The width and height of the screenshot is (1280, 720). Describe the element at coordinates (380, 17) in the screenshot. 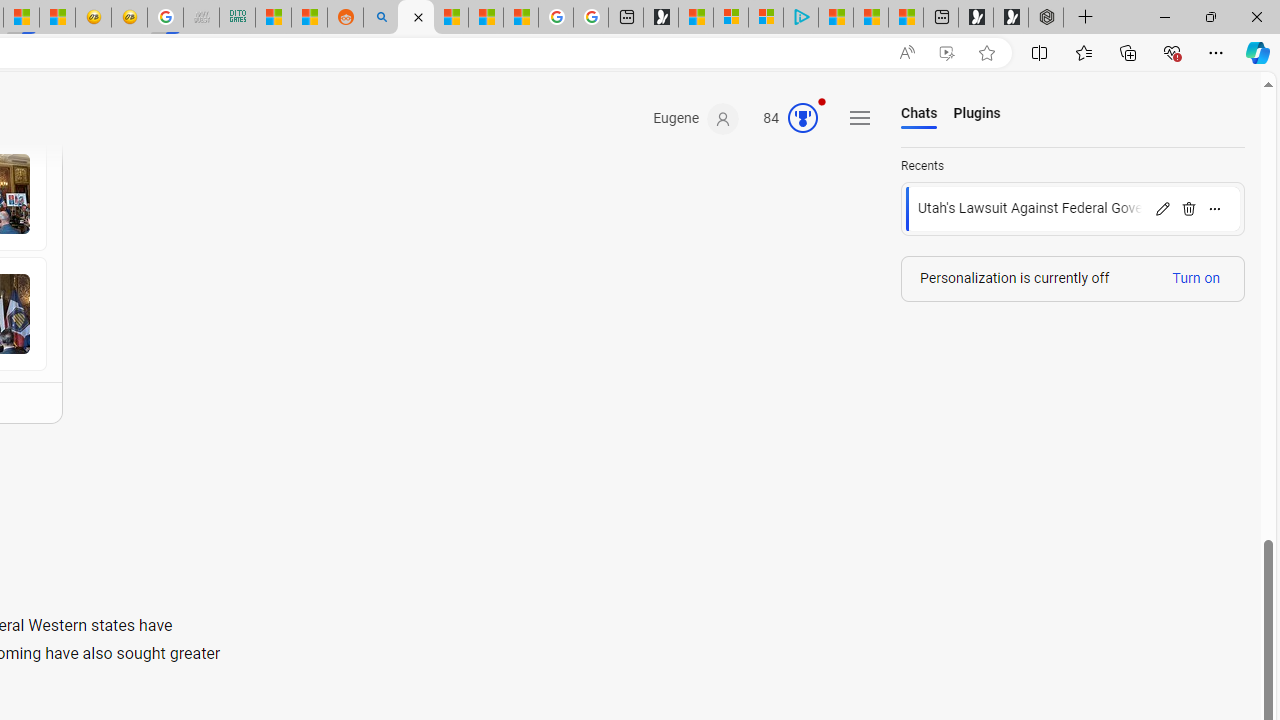

I see `'Utah sues federal government - Search'` at that location.